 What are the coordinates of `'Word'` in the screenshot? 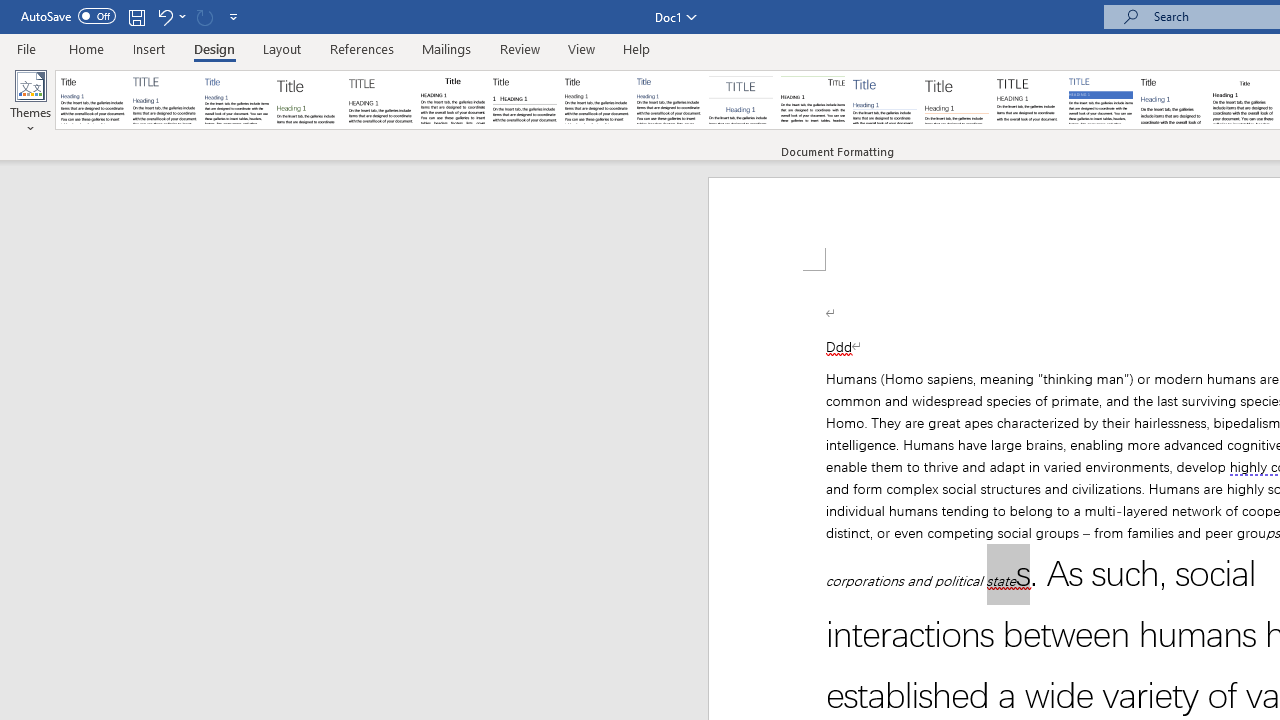 It's located at (1173, 100).